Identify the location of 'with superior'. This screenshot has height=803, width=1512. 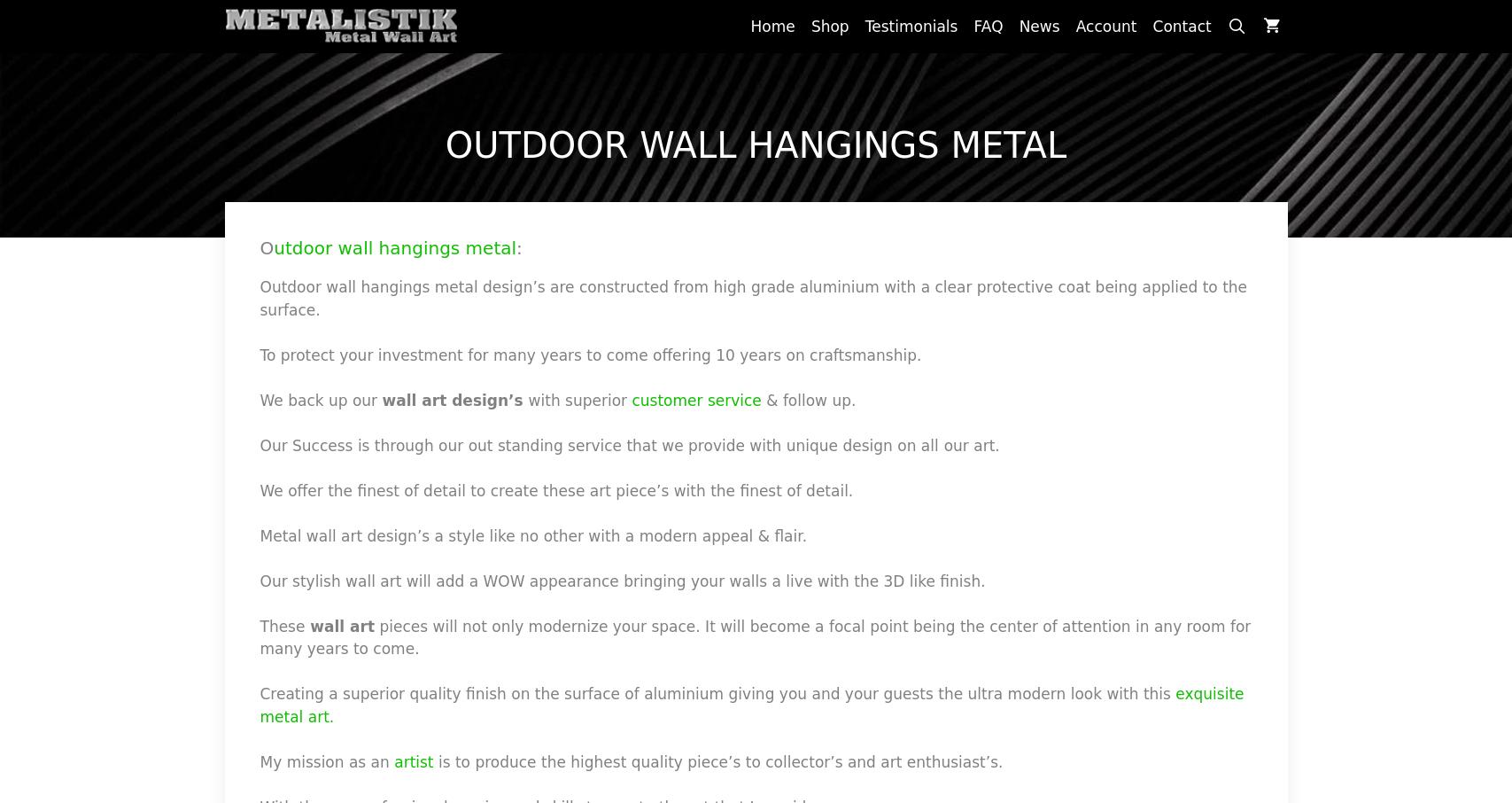
(528, 400).